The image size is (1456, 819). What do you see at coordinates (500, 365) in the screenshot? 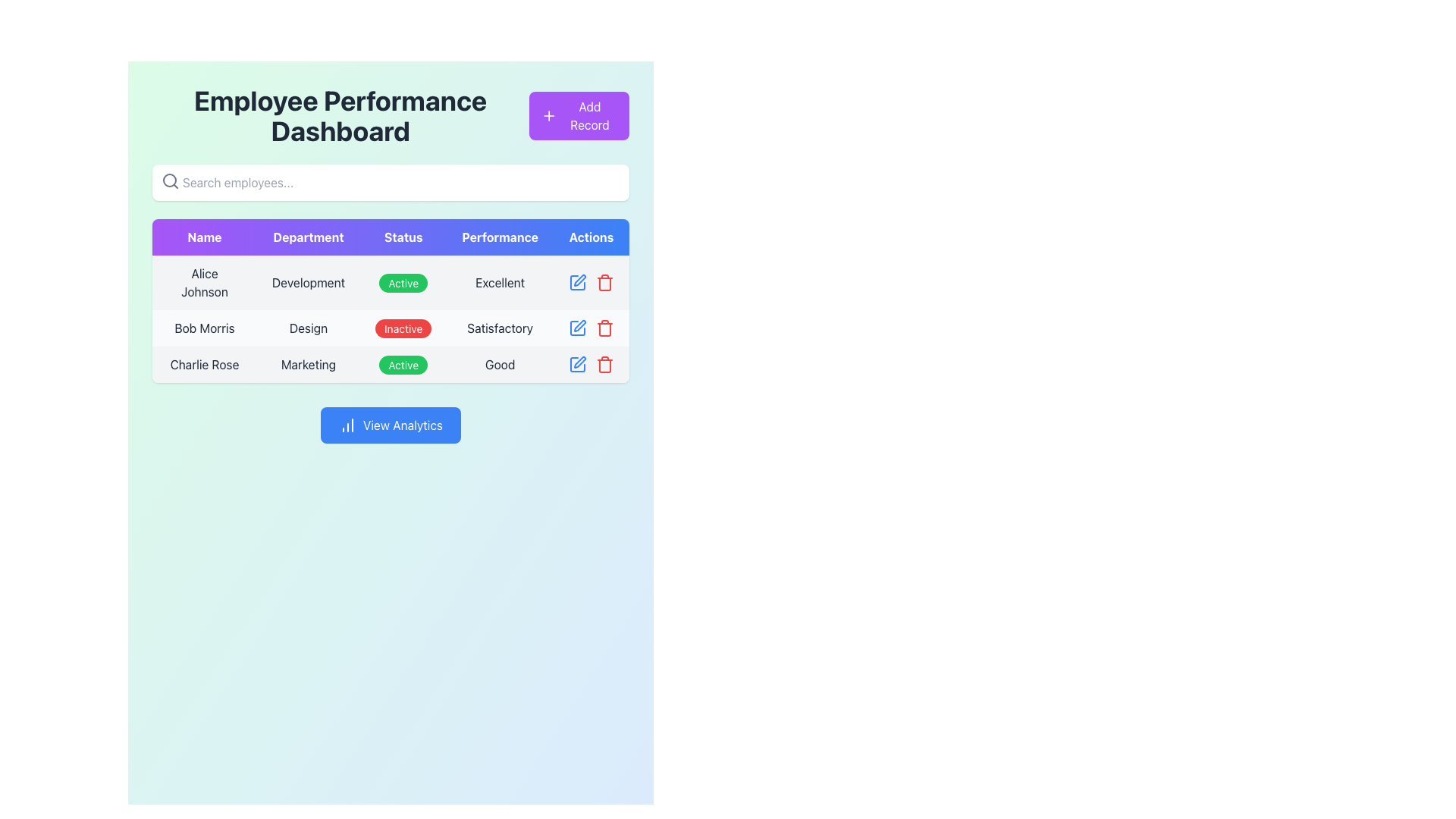
I see `the performance status text label for 'Charlie Rose', located in the fourth column of the third row in the data table` at bounding box center [500, 365].